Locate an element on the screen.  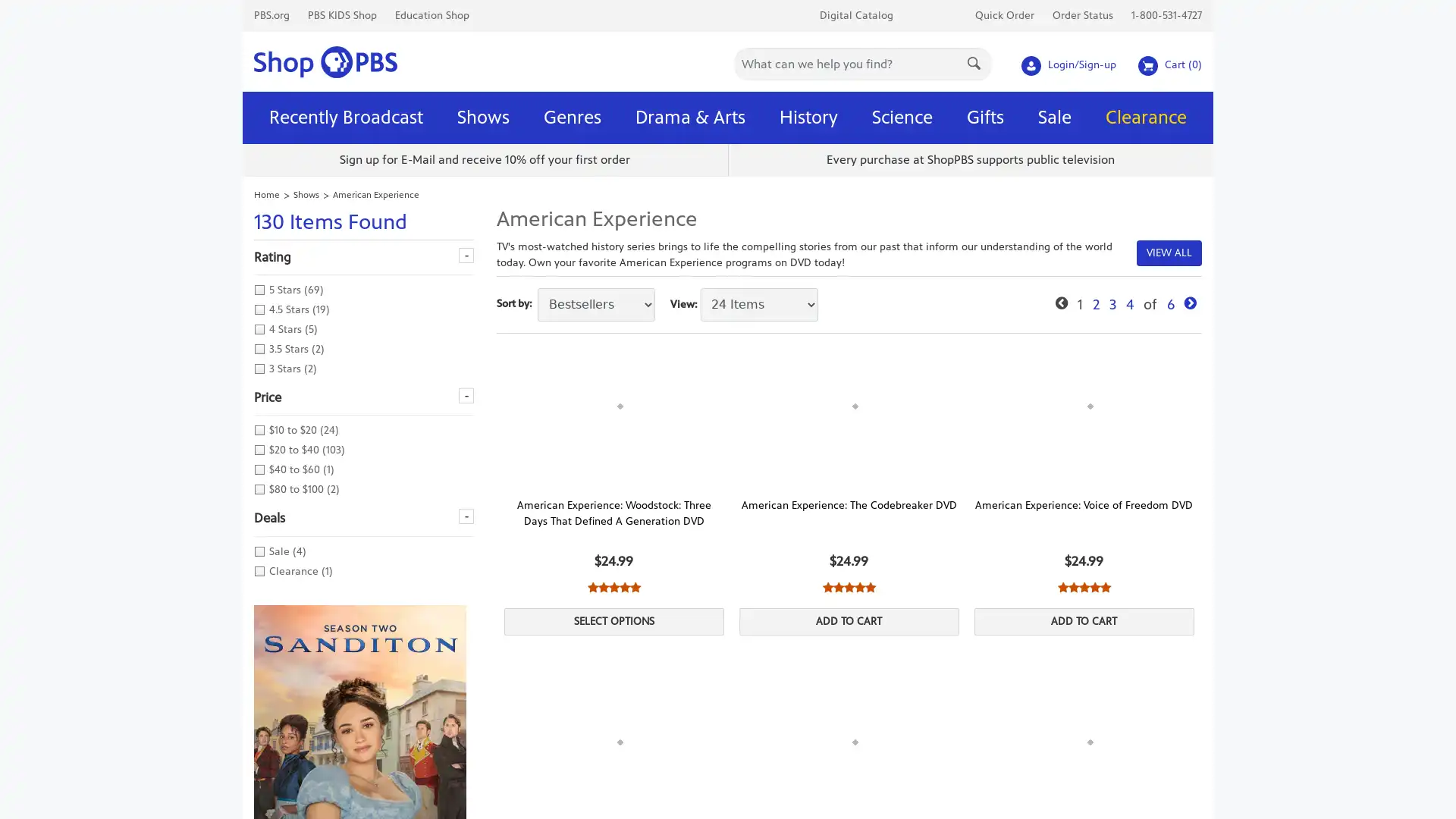
Sign up button is located at coordinates (827, 229).